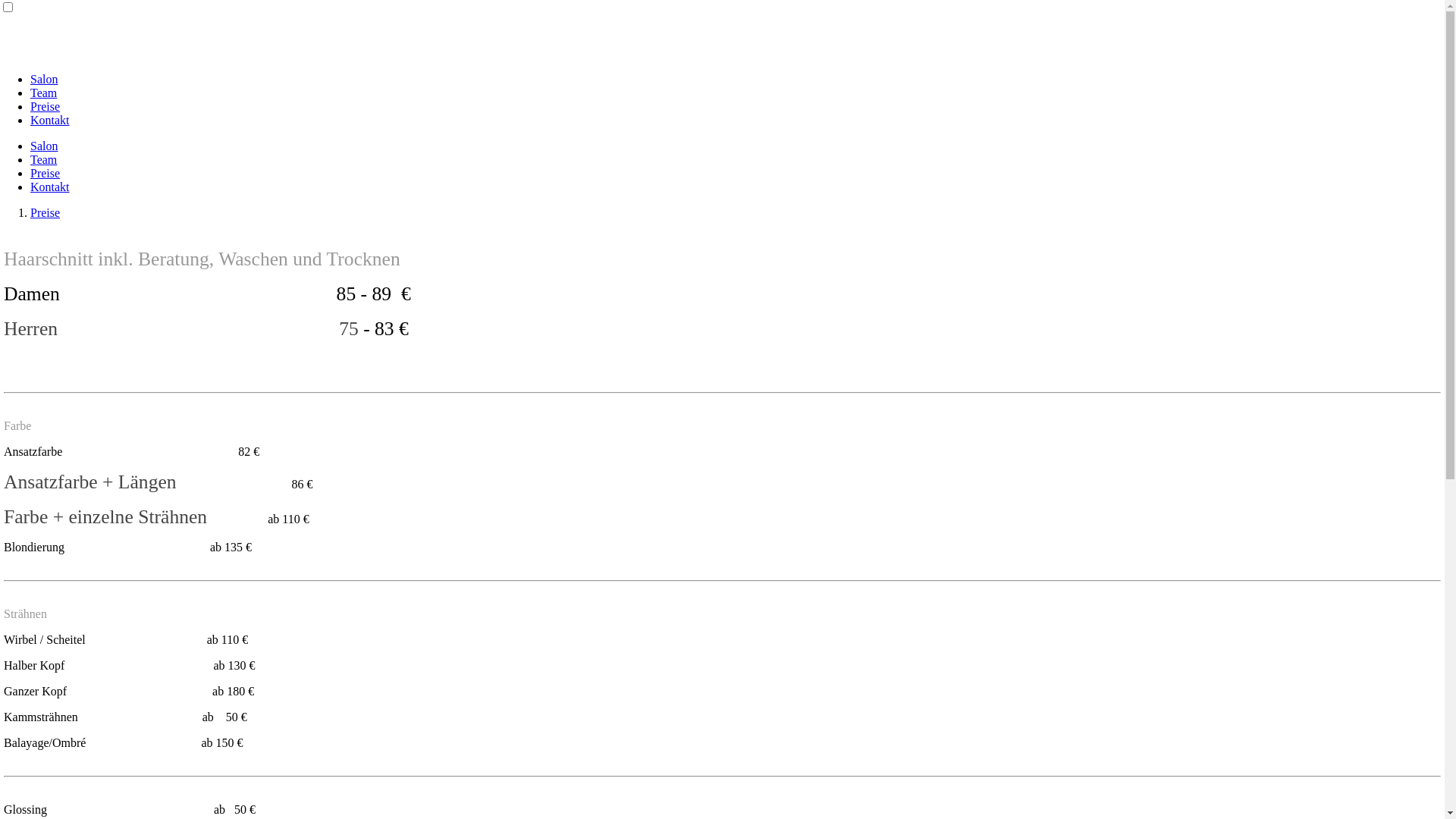  I want to click on 'Preise', so click(45, 172).